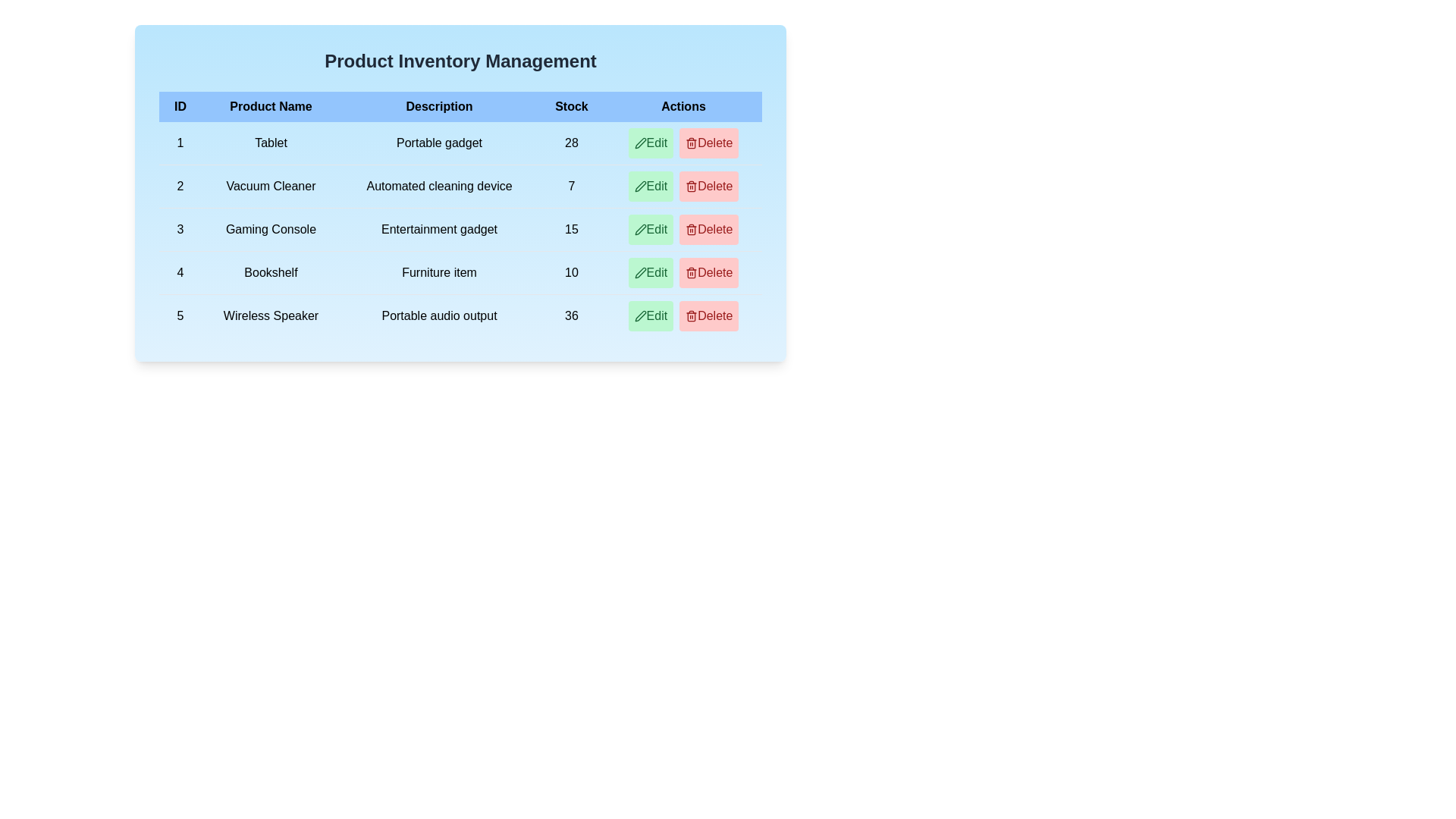 The height and width of the screenshot is (819, 1456). What do you see at coordinates (570, 271) in the screenshot?
I see `the text label displaying the number '10' in bold black font, located in the 'Stock' column of the table, specifically within the fourth row for the 'Bookshelf' product` at bounding box center [570, 271].